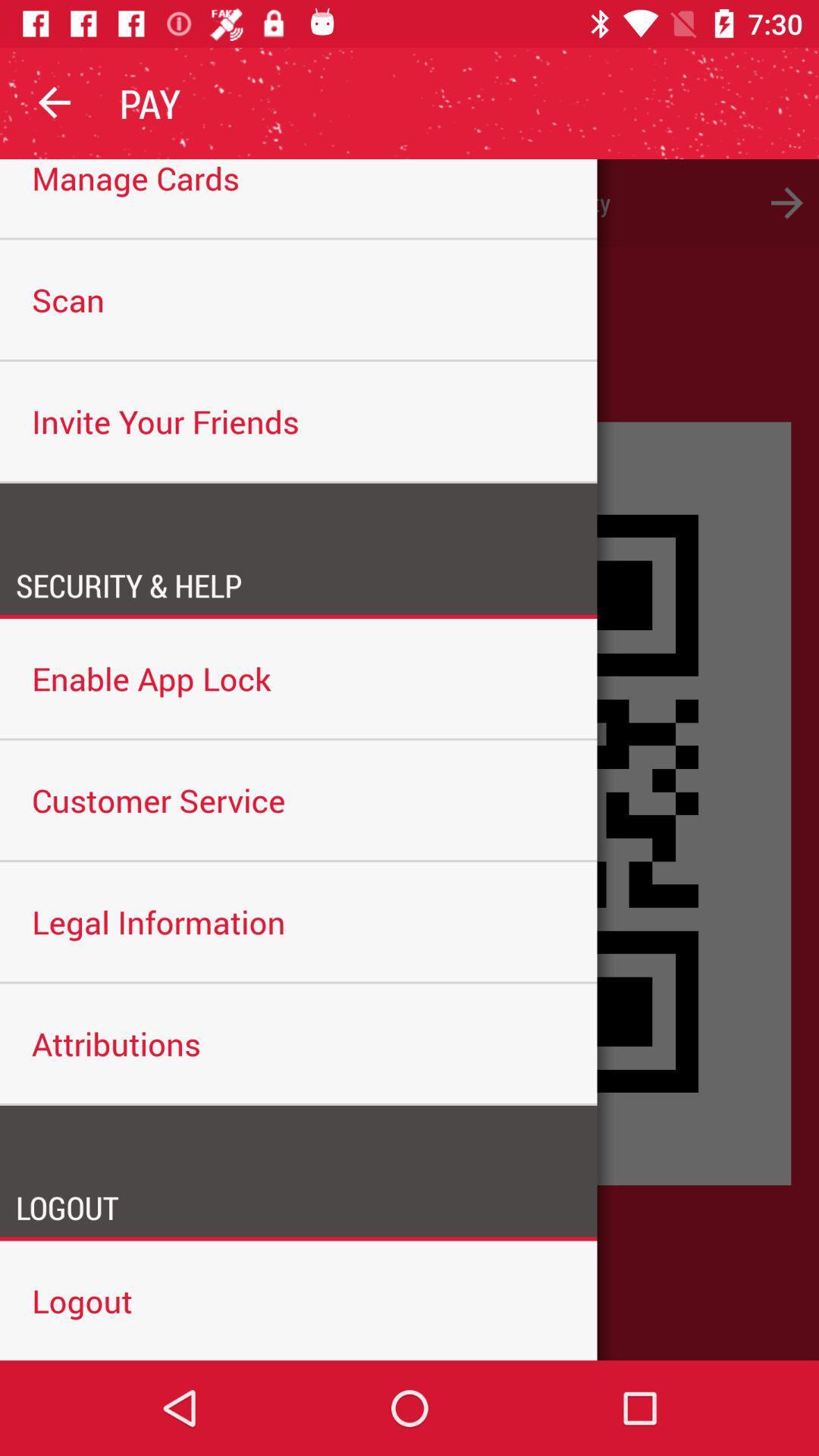  Describe the element at coordinates (55, 102) in the screenshot. I see `the icon above the please add a icon` at that location.